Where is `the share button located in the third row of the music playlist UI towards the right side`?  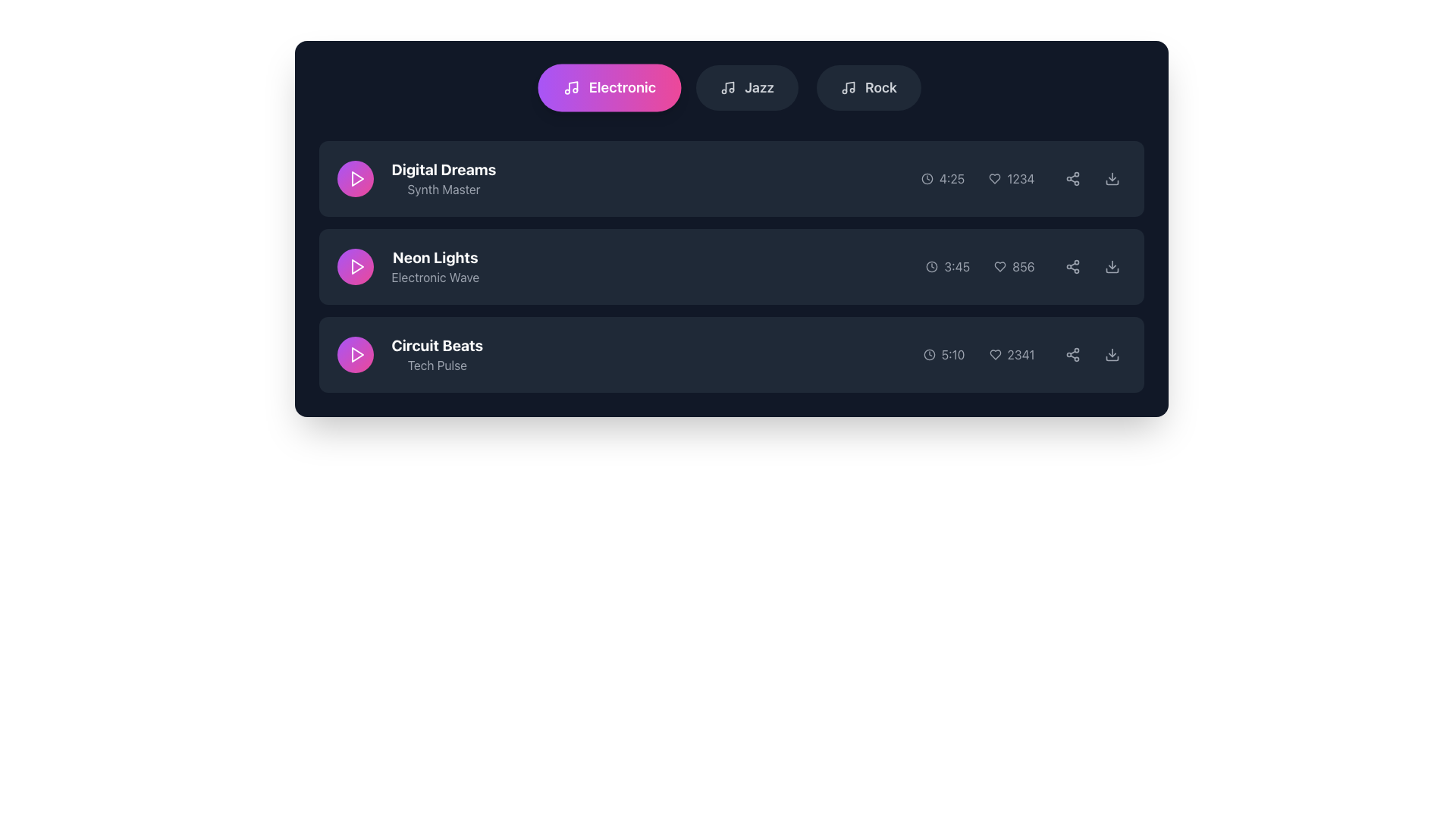
the share button located in the third row of the music playlist UI towards the right side is located at coordinates (1072, 354).